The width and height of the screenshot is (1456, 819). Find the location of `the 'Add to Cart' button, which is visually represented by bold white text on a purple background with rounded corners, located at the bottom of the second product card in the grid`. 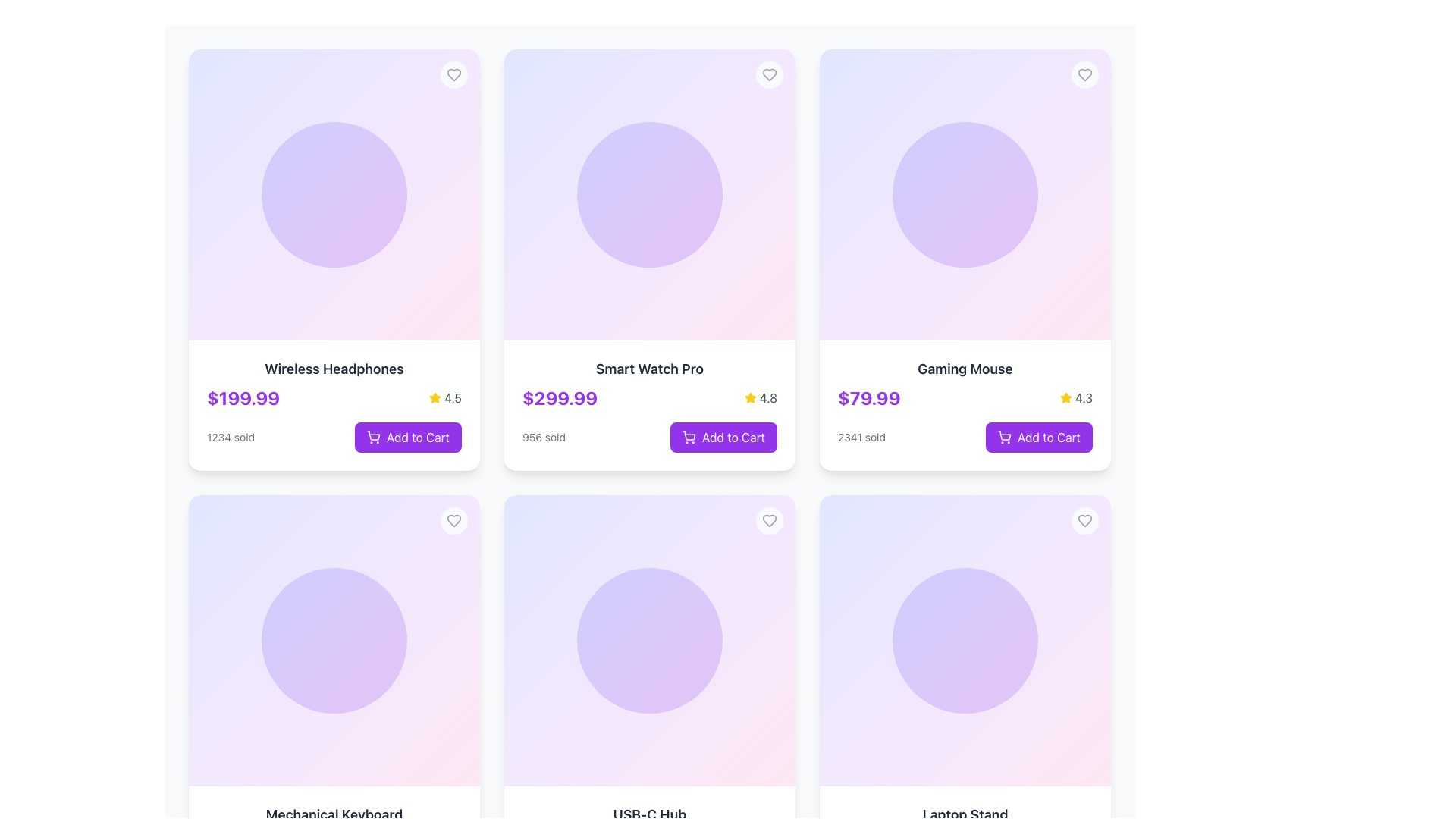

the 'Add to Cart' button, which is visually represented by bold white text on a purple background with rounded corners, located at the bottom of the second product card in the grid is located at coordinates (418, 438).